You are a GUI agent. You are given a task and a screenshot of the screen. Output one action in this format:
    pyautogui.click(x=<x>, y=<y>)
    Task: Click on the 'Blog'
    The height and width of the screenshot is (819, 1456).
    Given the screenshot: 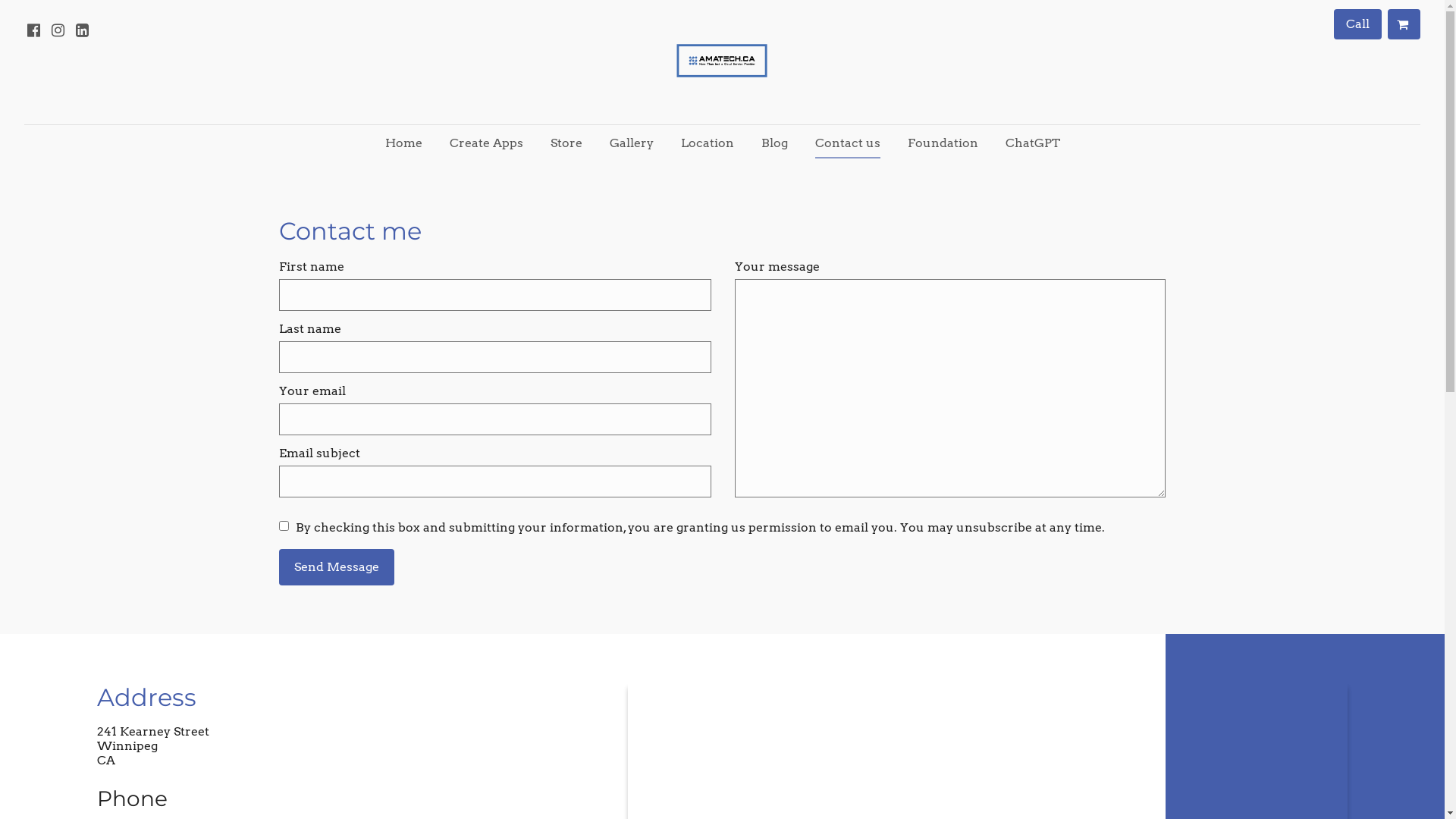 What is the action you would take?
    pyautogui.click(x=774, y=143)
    